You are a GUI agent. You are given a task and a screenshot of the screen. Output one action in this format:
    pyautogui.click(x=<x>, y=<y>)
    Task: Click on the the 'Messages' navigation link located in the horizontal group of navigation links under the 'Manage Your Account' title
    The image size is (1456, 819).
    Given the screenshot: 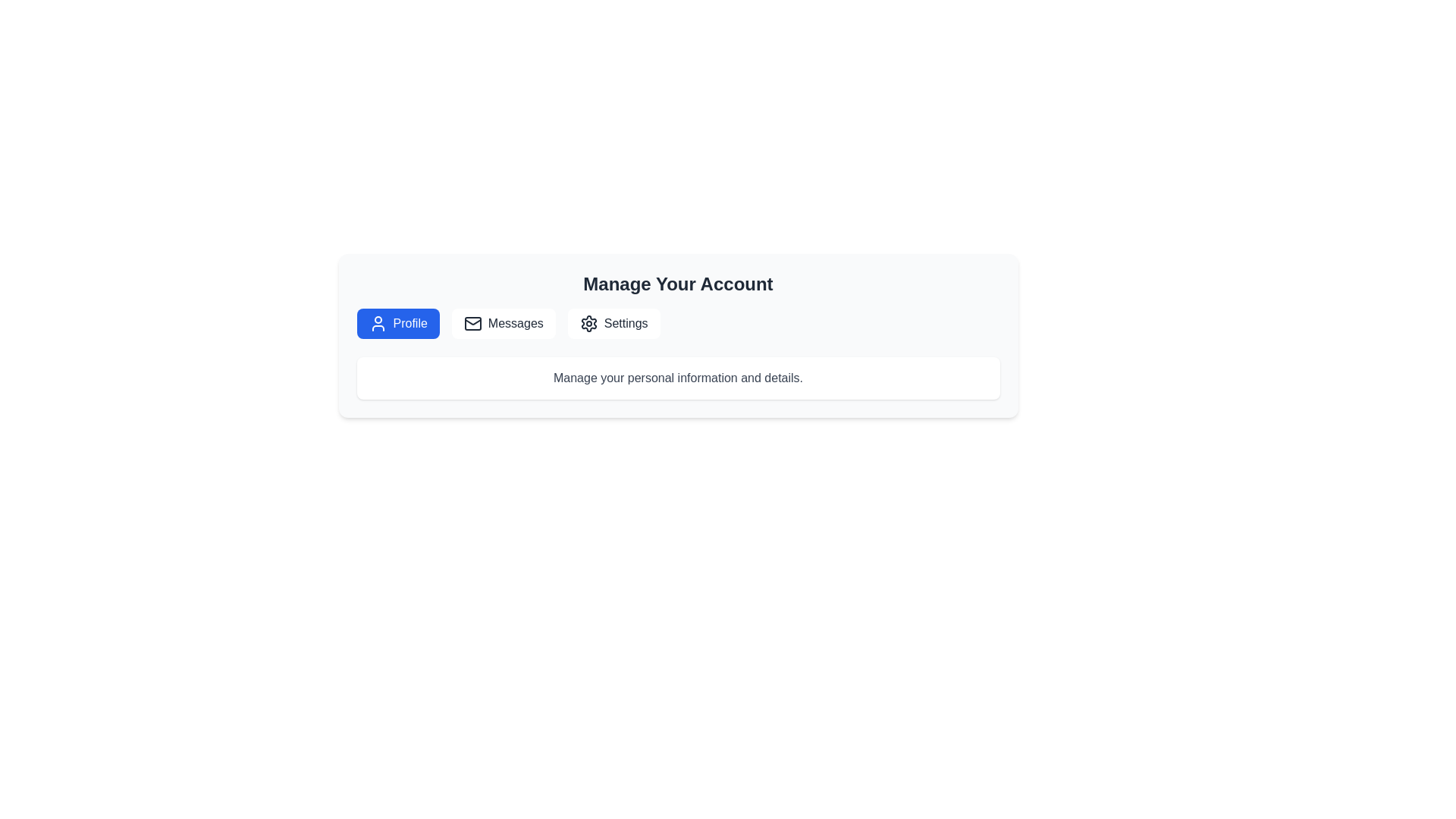 What is the action you would take?
    pyautogui.click(x=677, y=323)
    